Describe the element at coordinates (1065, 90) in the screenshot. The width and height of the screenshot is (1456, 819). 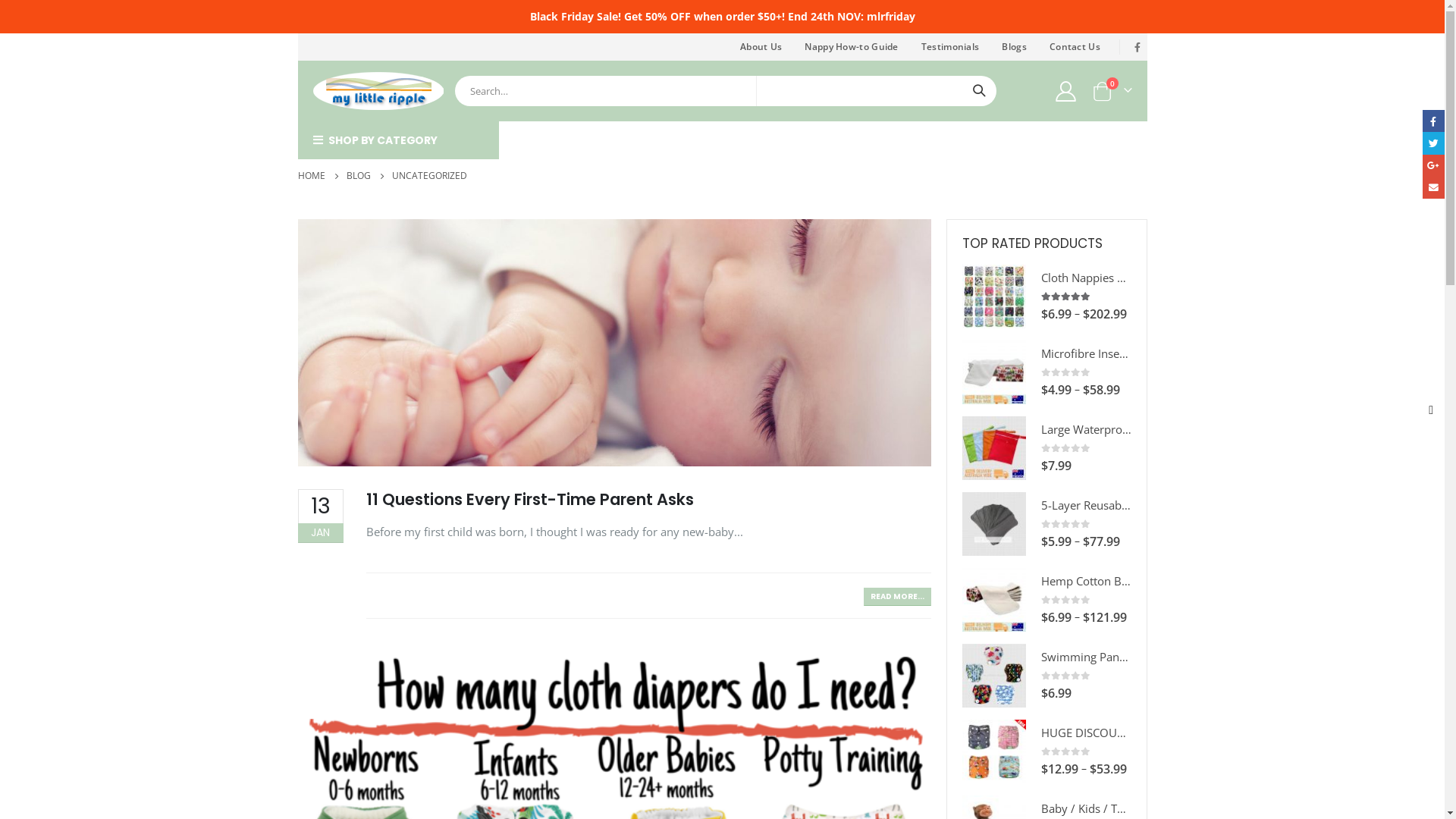
I see `'My Account'` at that location.